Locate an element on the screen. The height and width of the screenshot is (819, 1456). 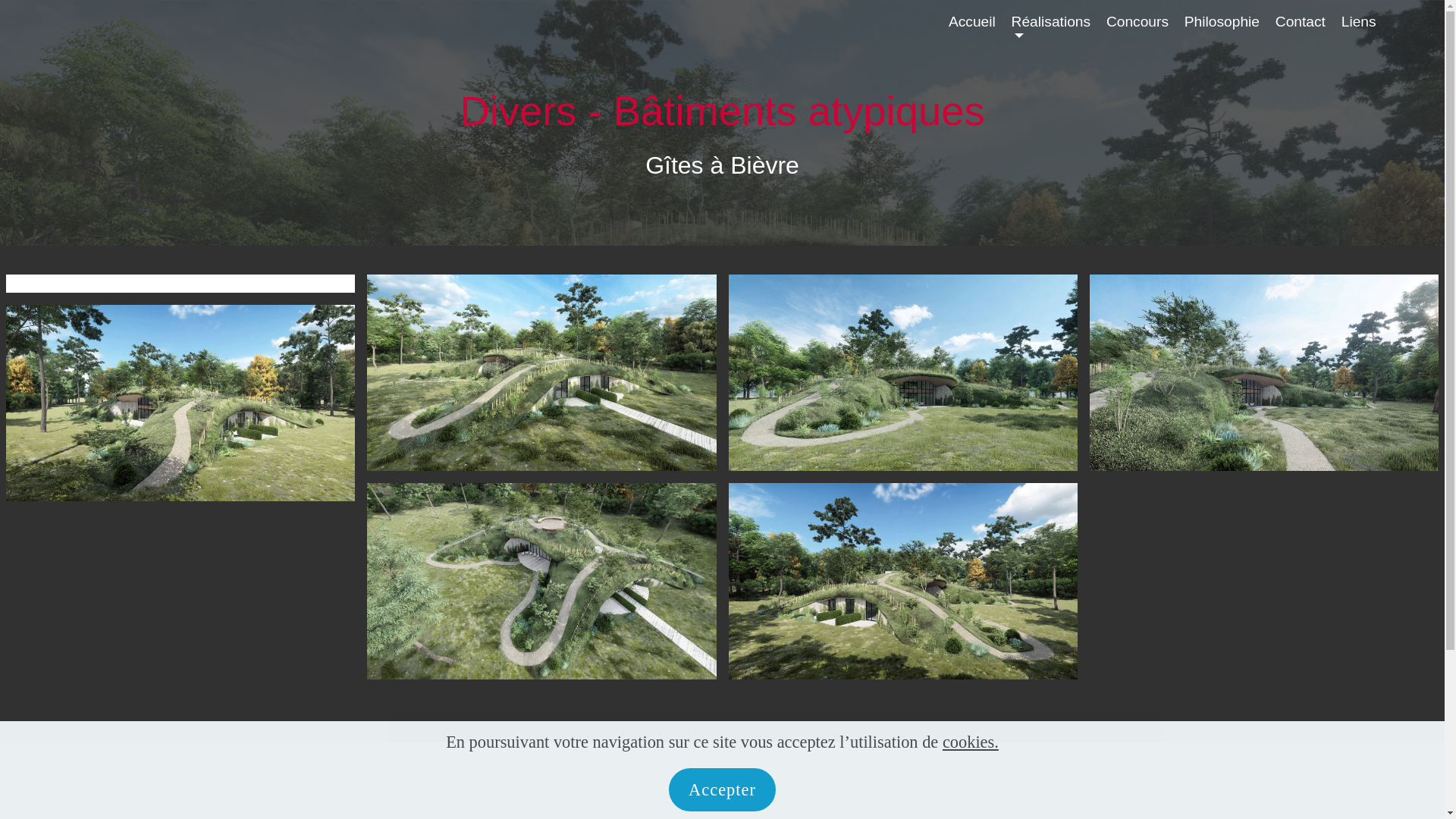
'Liens' is located at coordinates (1341, 29).